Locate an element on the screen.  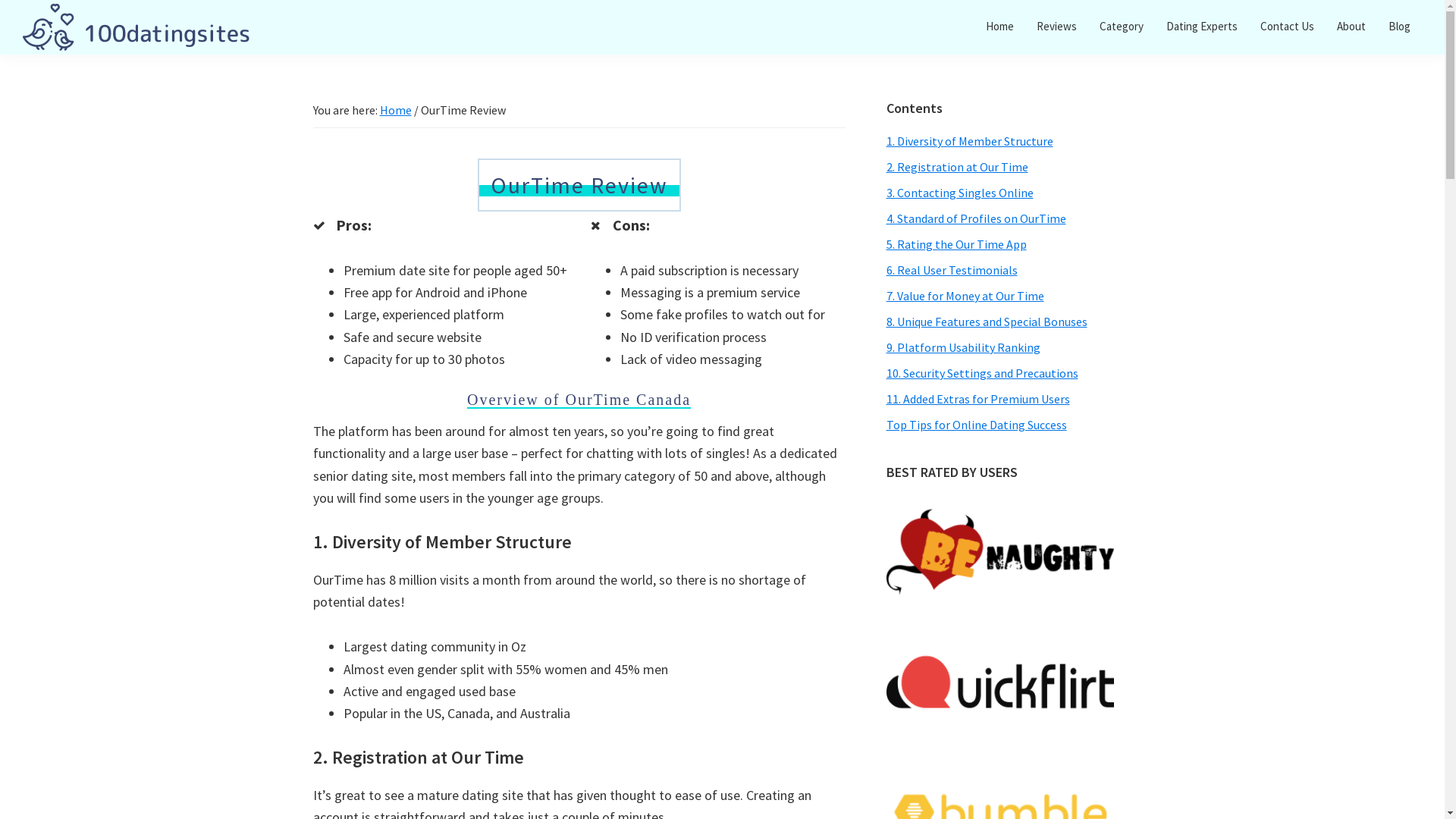
'4. Standard of Profiles on OurTime' is located at coordinates (975, 218).